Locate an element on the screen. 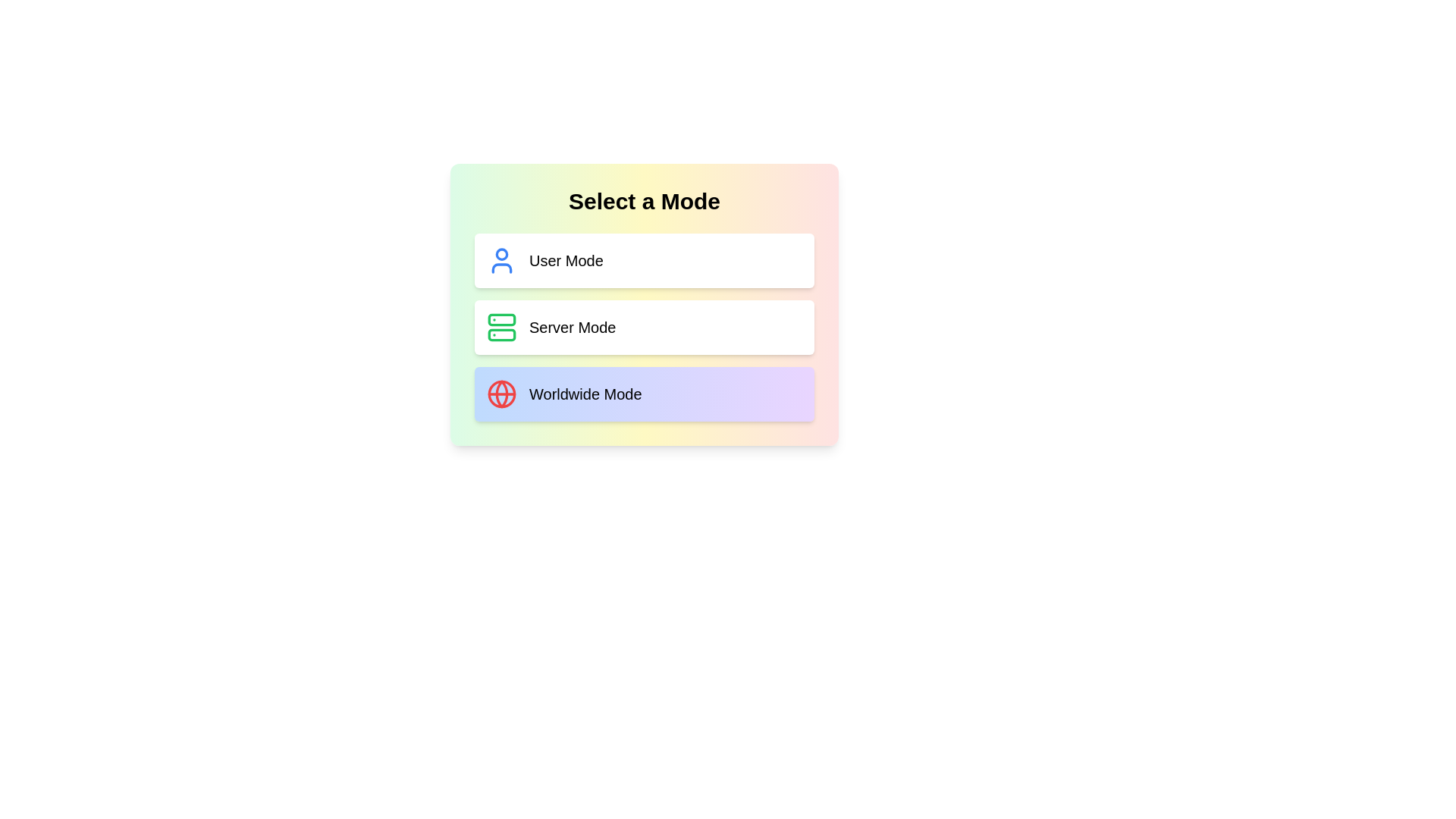  the 'Worldwide Mode' text label, which is styled with bold white text against a gradient background and positioned next to a red globe icon is located at coordinates (585, 394).